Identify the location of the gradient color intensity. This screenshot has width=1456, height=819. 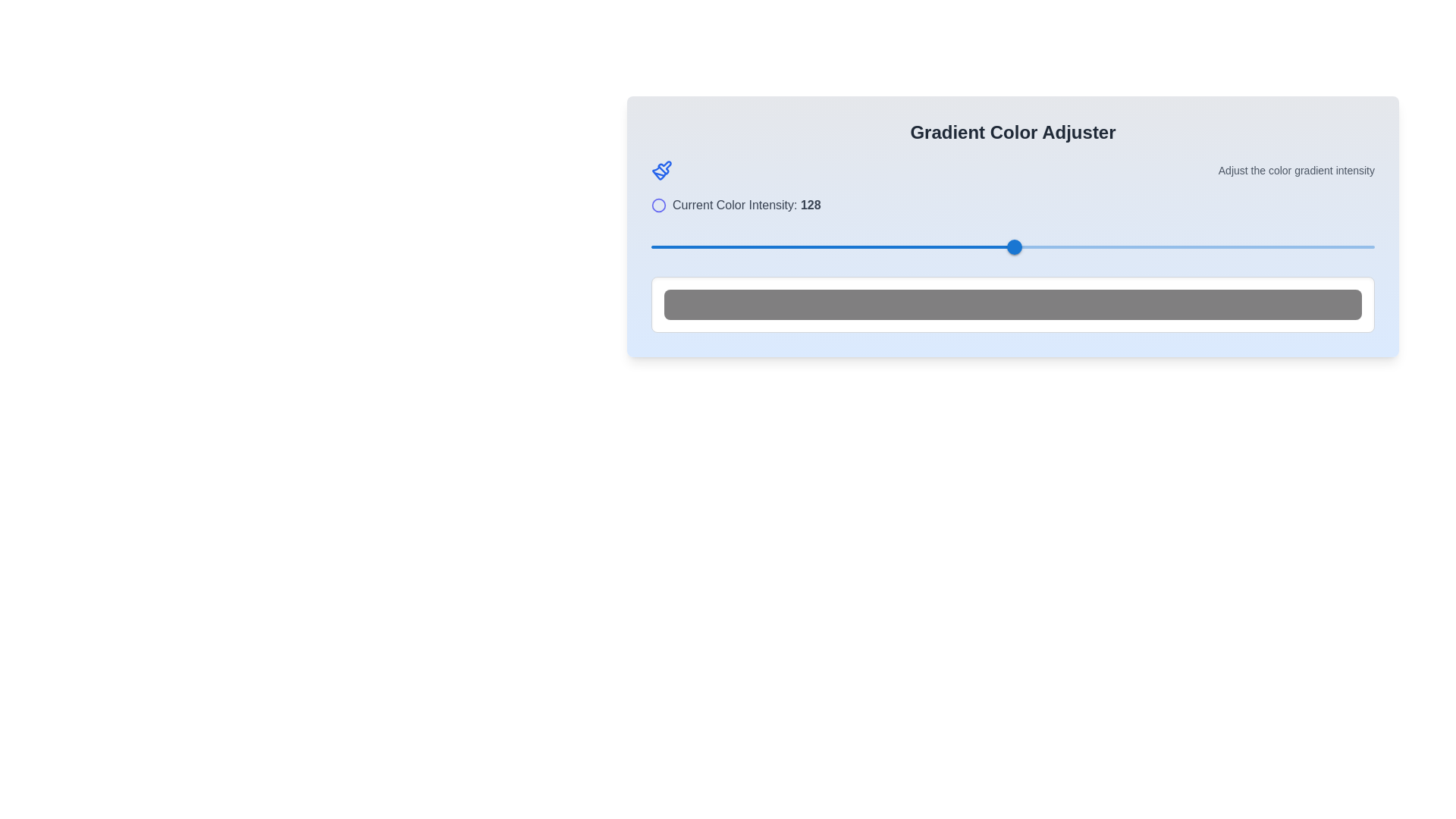
(713, 246).